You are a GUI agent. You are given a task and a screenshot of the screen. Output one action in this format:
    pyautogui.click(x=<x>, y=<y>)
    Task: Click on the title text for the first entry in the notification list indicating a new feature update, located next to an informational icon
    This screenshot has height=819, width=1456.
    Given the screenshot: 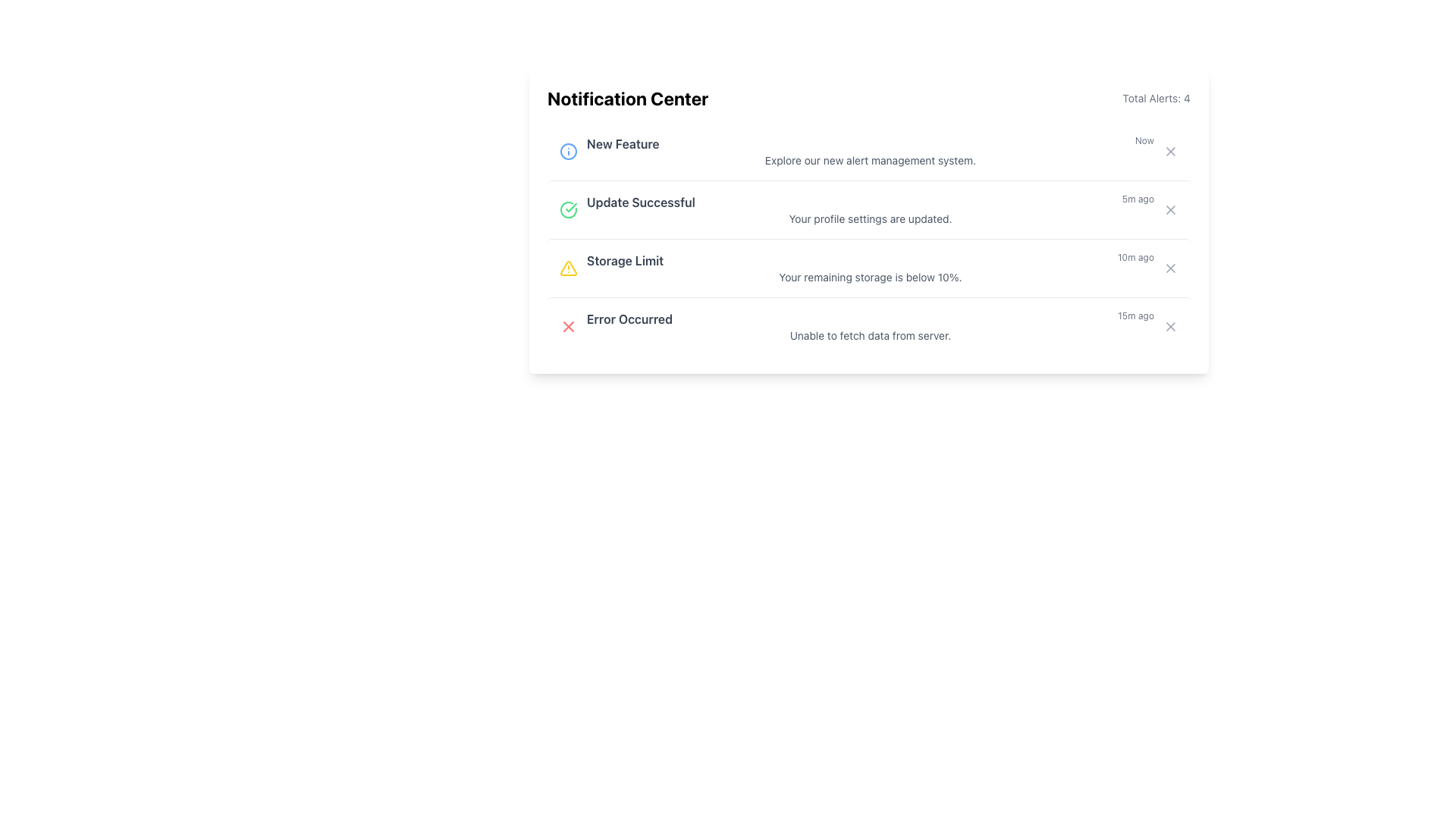 What is the action you would take?
    pyautogui.click(x=623, y=143)
    